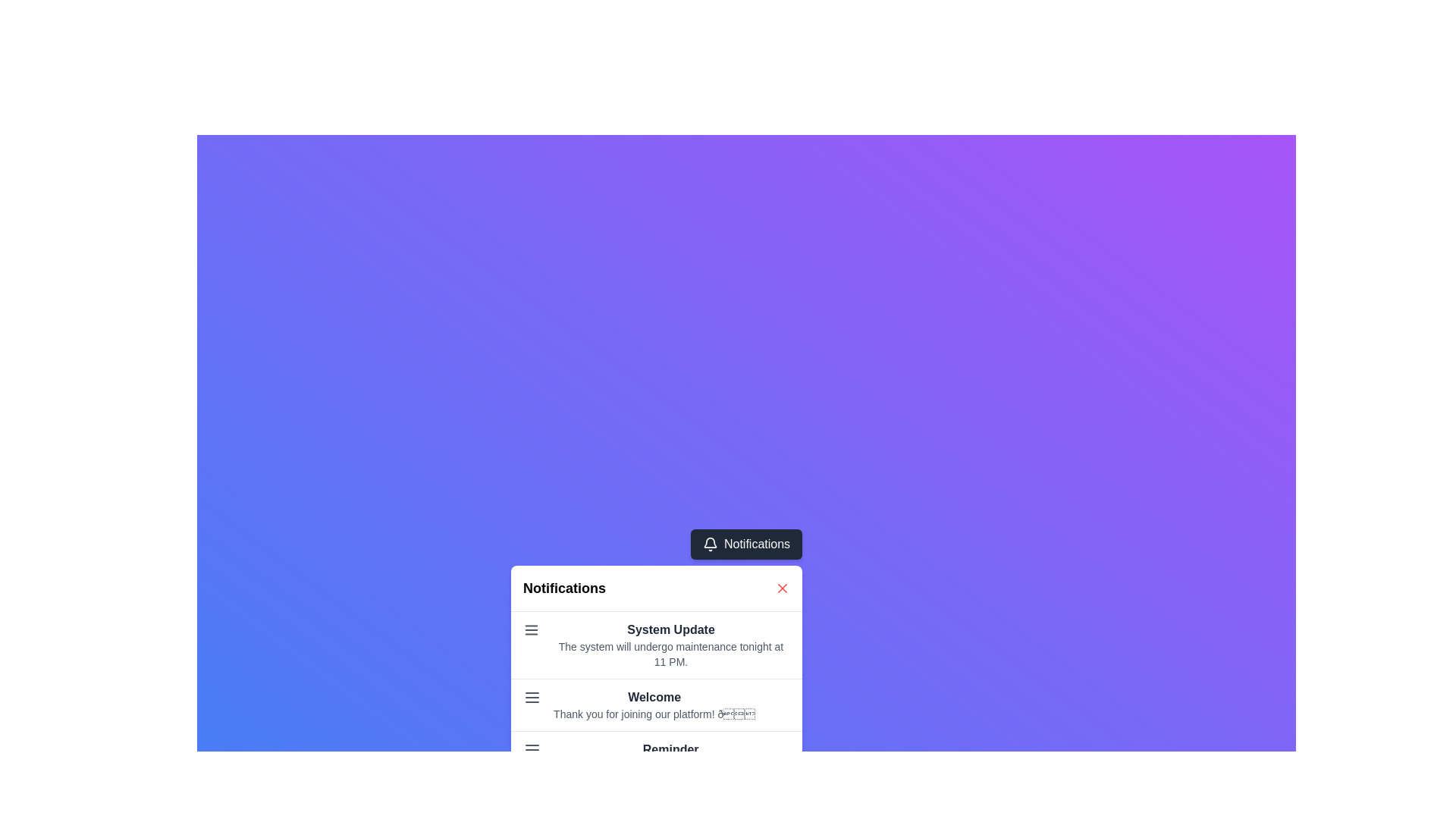  I want to click on the bell icon located at the top-left corner of the notifications button, so click(709, 543).